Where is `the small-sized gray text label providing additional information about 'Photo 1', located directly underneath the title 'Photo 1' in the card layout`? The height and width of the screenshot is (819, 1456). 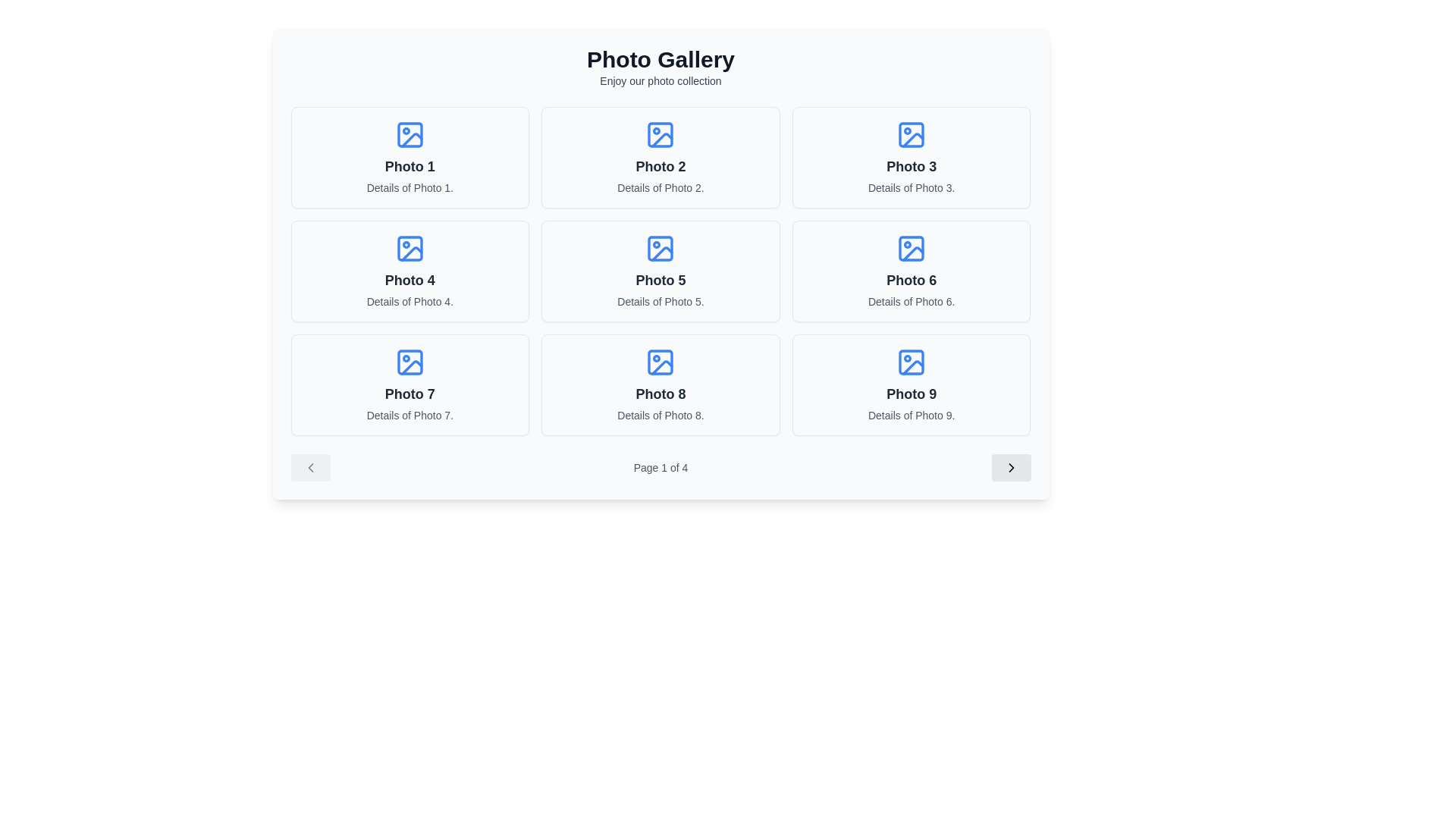
the small-sized gray text label providing additional information about 'Photo 1', located directly underneath the title 'Photo 1' in the card layout is located at coordinates (409, 187).